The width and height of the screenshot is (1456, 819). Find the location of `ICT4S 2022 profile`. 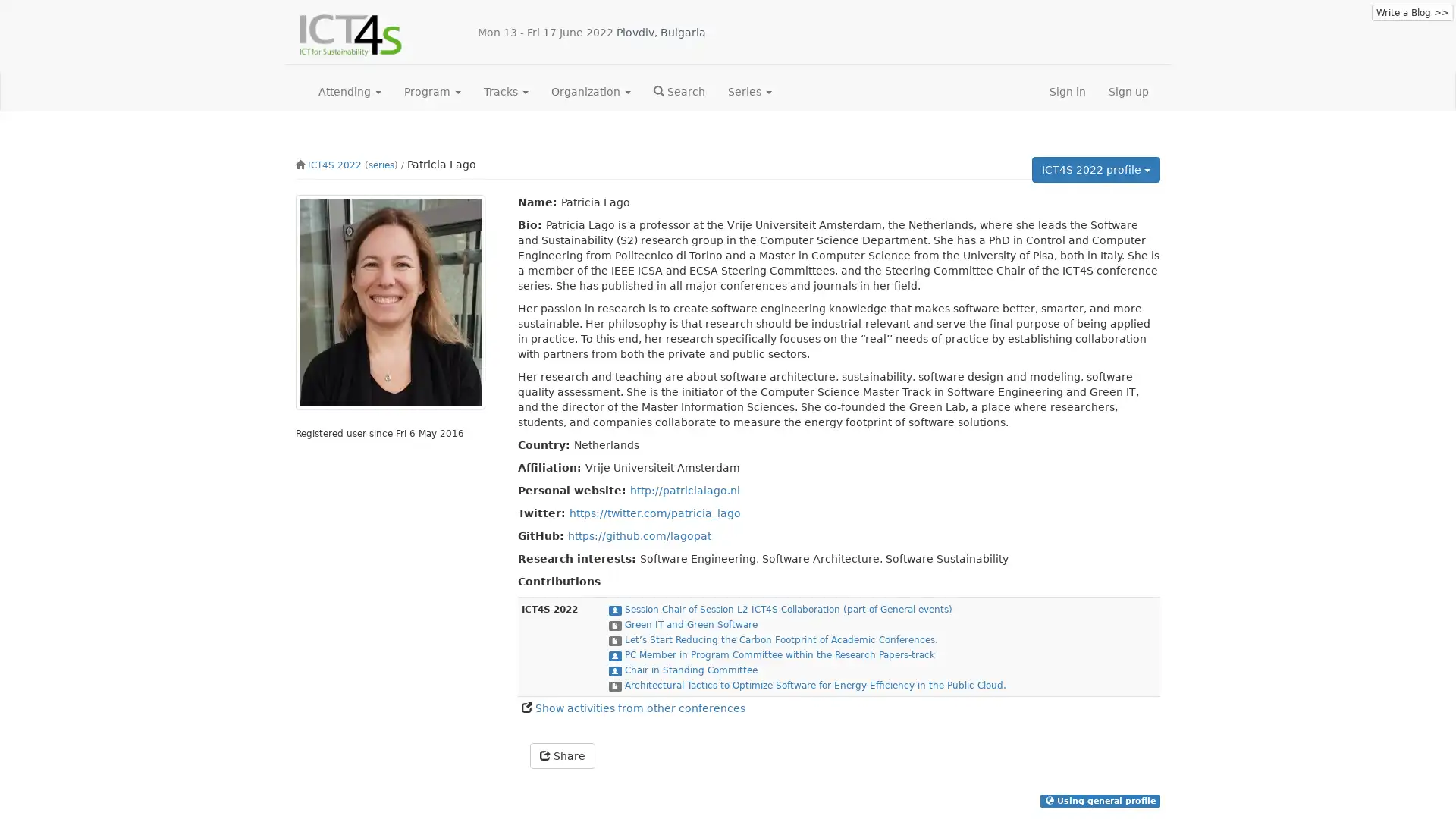

ICT4S 2022 profile is located at coordinates (1096, 169).